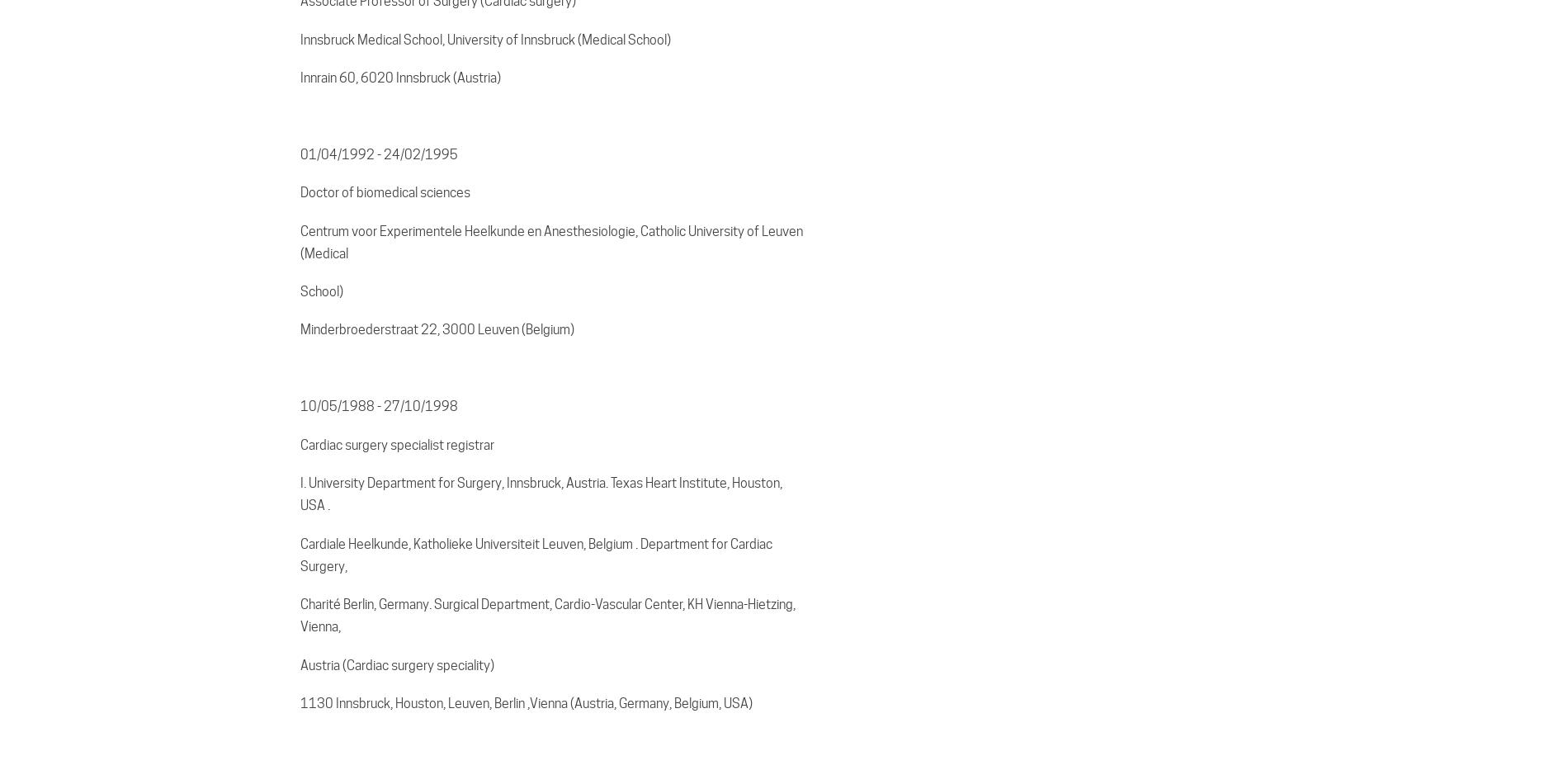  I want to click on 'School)', so click(321, 291).